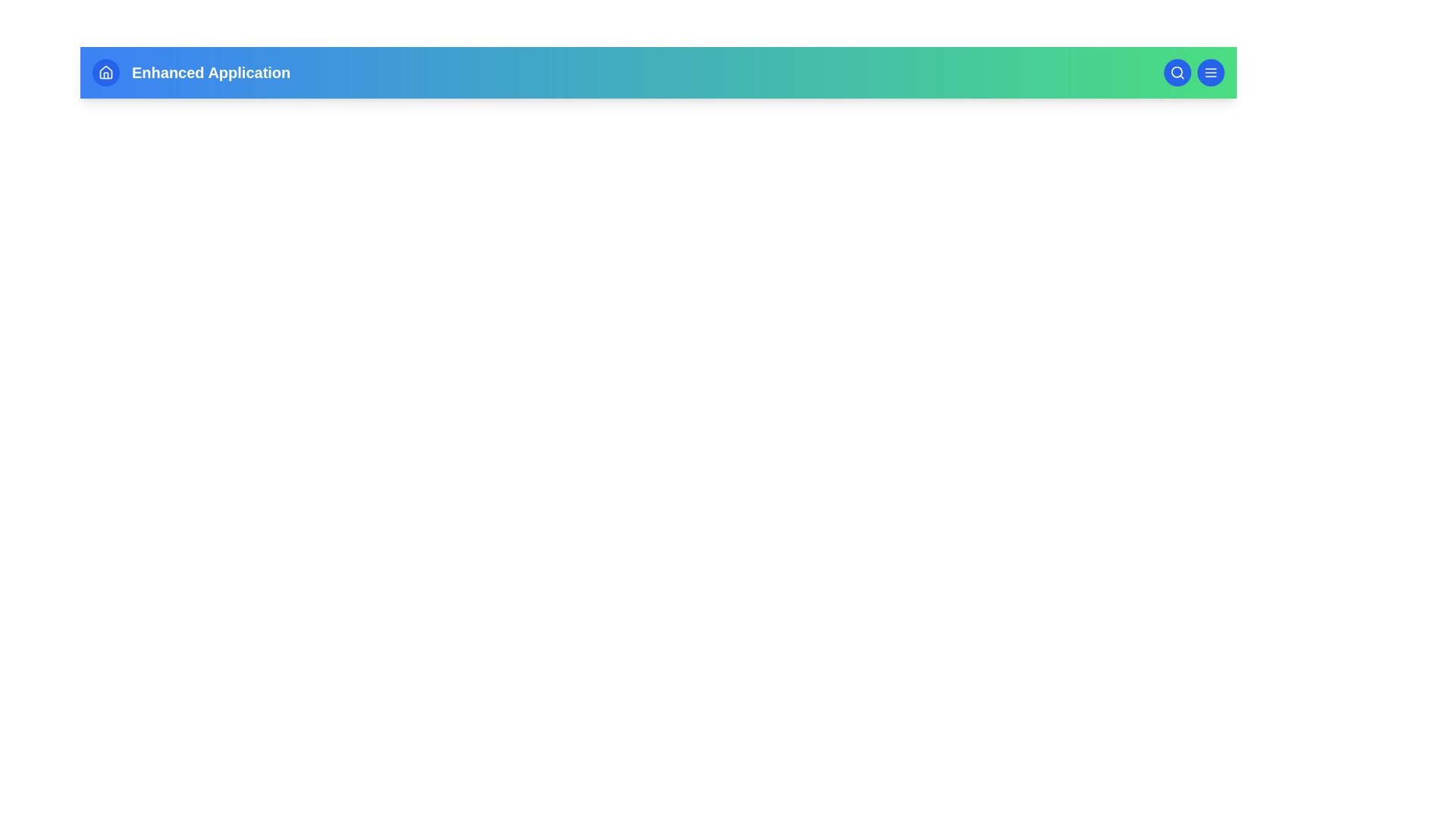 This screenshot has width=1456, height=819. Describe the element at coordinates (1176, 72) in the screenshot. I see `the circular part of the search icon located at the top-right corner of the interface` at that location.